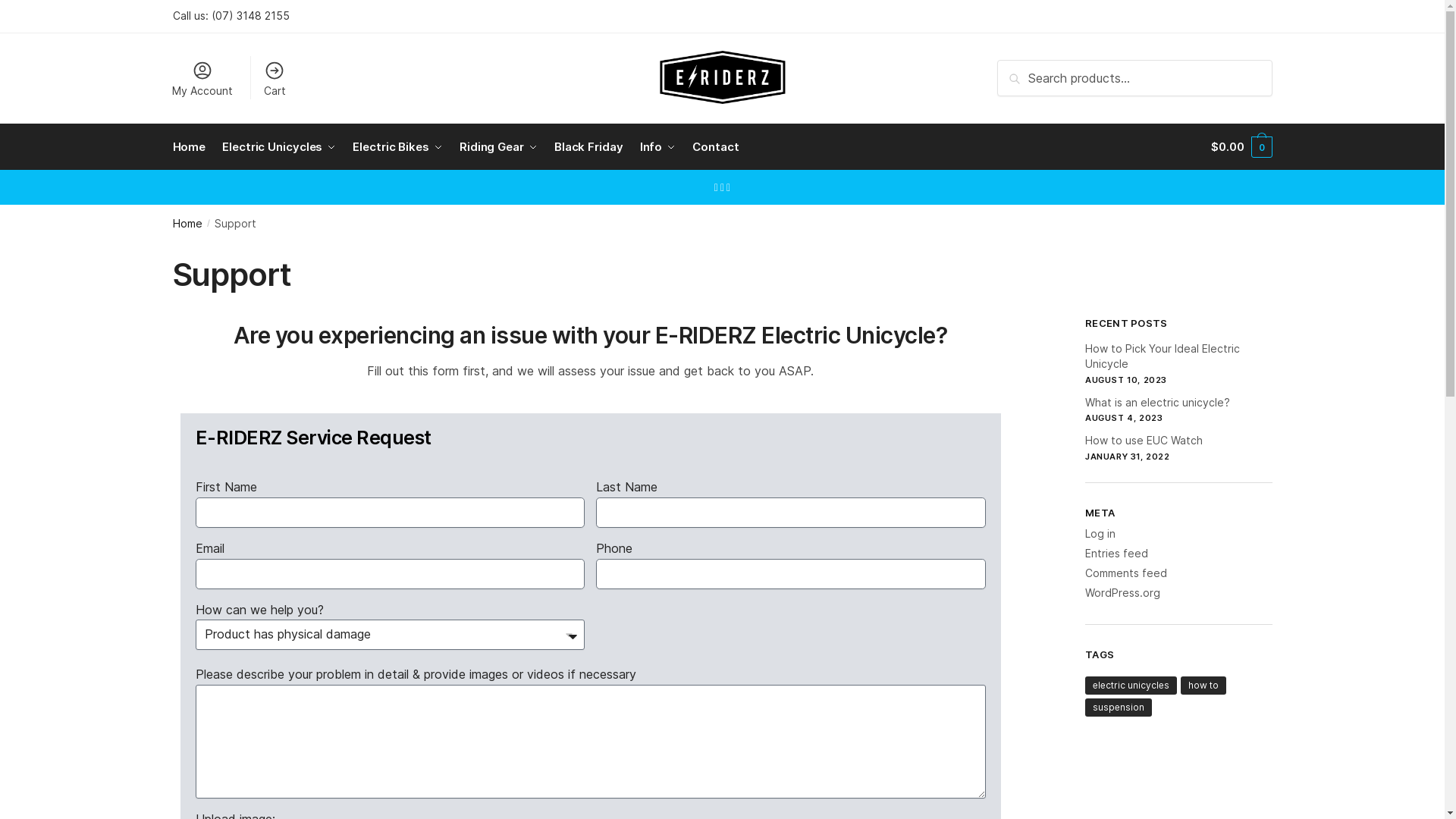  I want to click on 'Cart', so click(255, 78).